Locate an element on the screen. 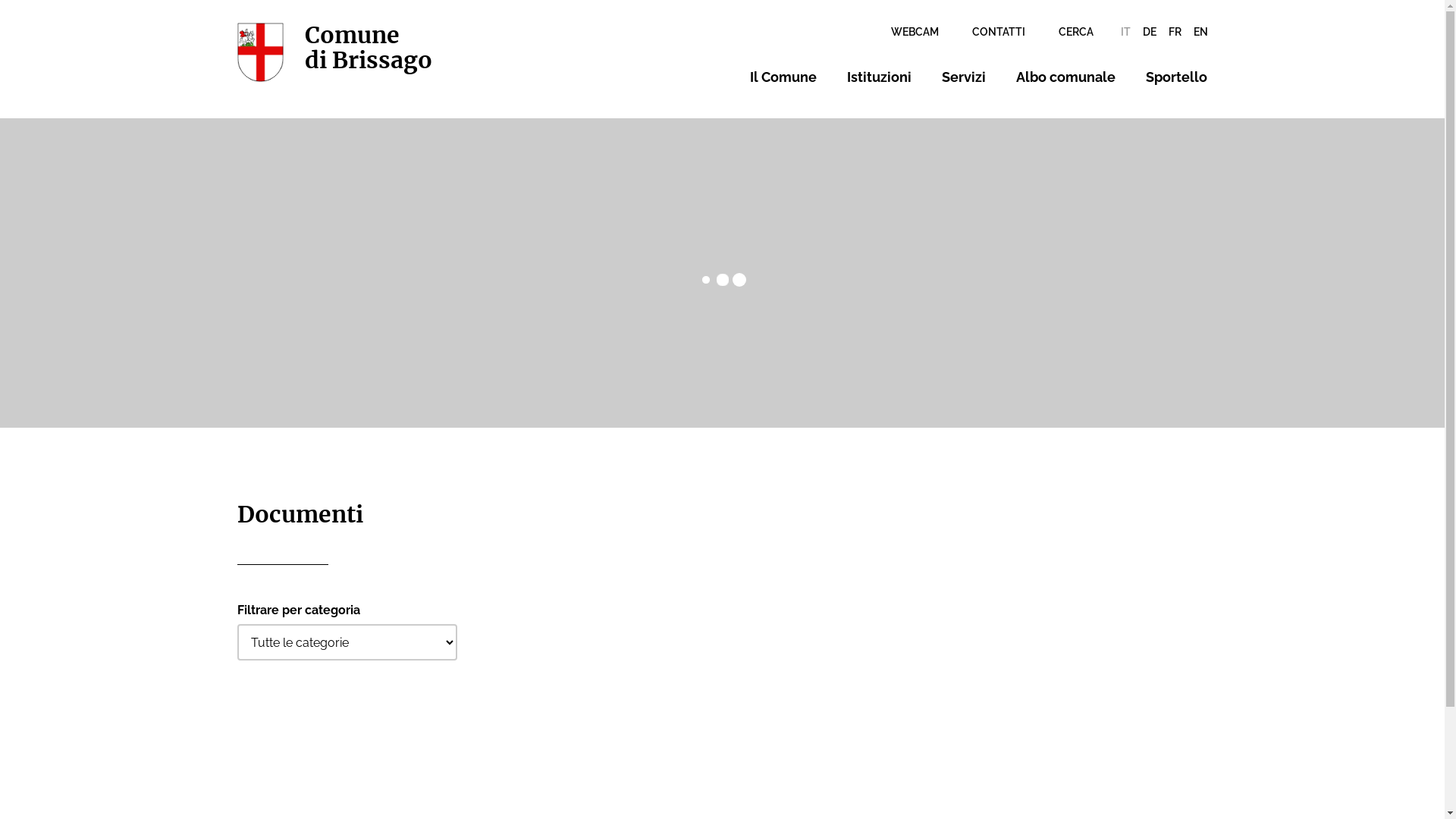 This screenshot has width=1456, height=819. 'Il Comune' is located at coordinates (783, 77).